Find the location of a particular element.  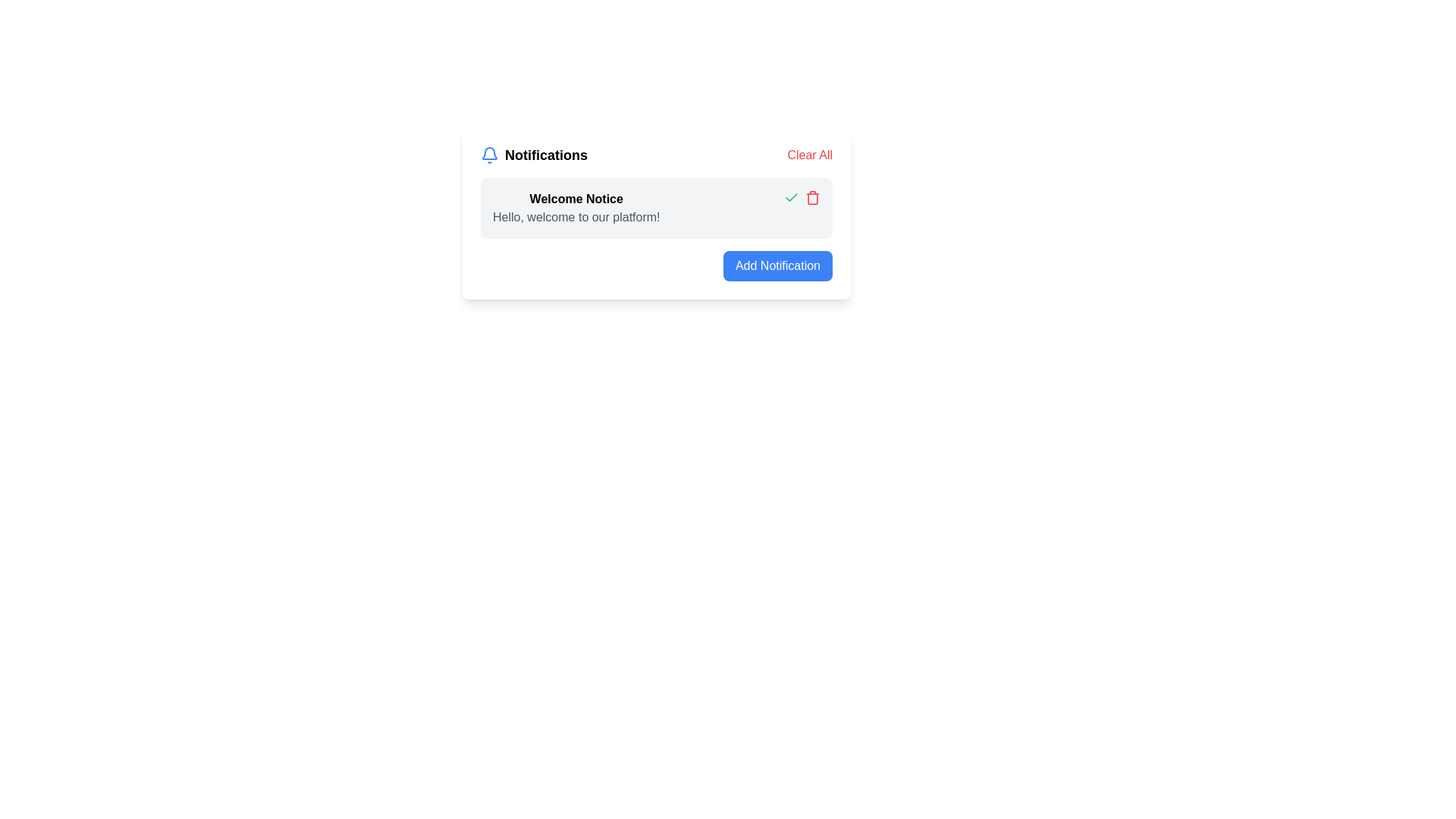

the 'Notifications' text label which is prominently styled with a larger, bold font and located beside a blue bell icon is located at coordinates (546, 155).